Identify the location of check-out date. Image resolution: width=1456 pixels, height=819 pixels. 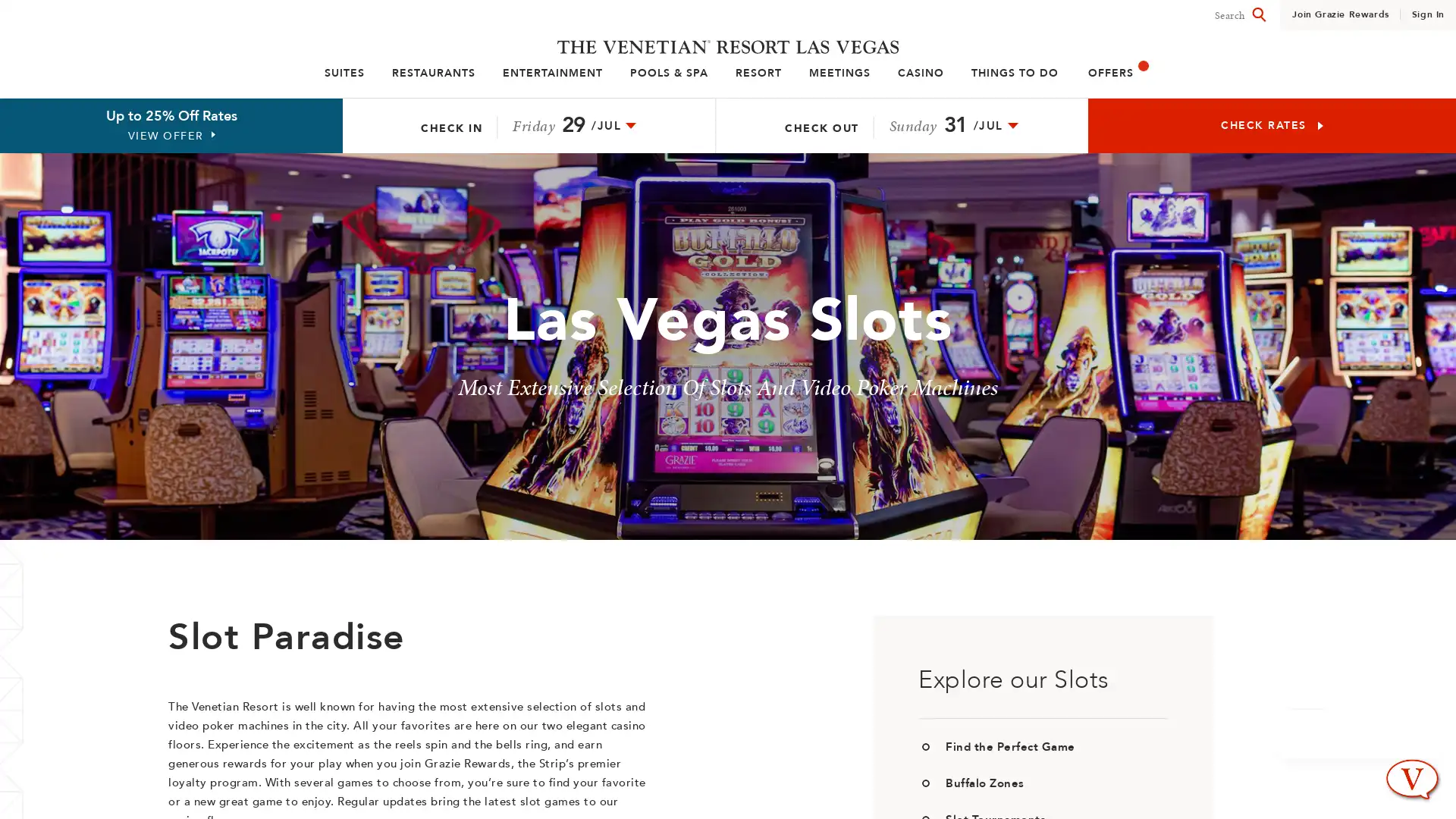
(1012, 124).